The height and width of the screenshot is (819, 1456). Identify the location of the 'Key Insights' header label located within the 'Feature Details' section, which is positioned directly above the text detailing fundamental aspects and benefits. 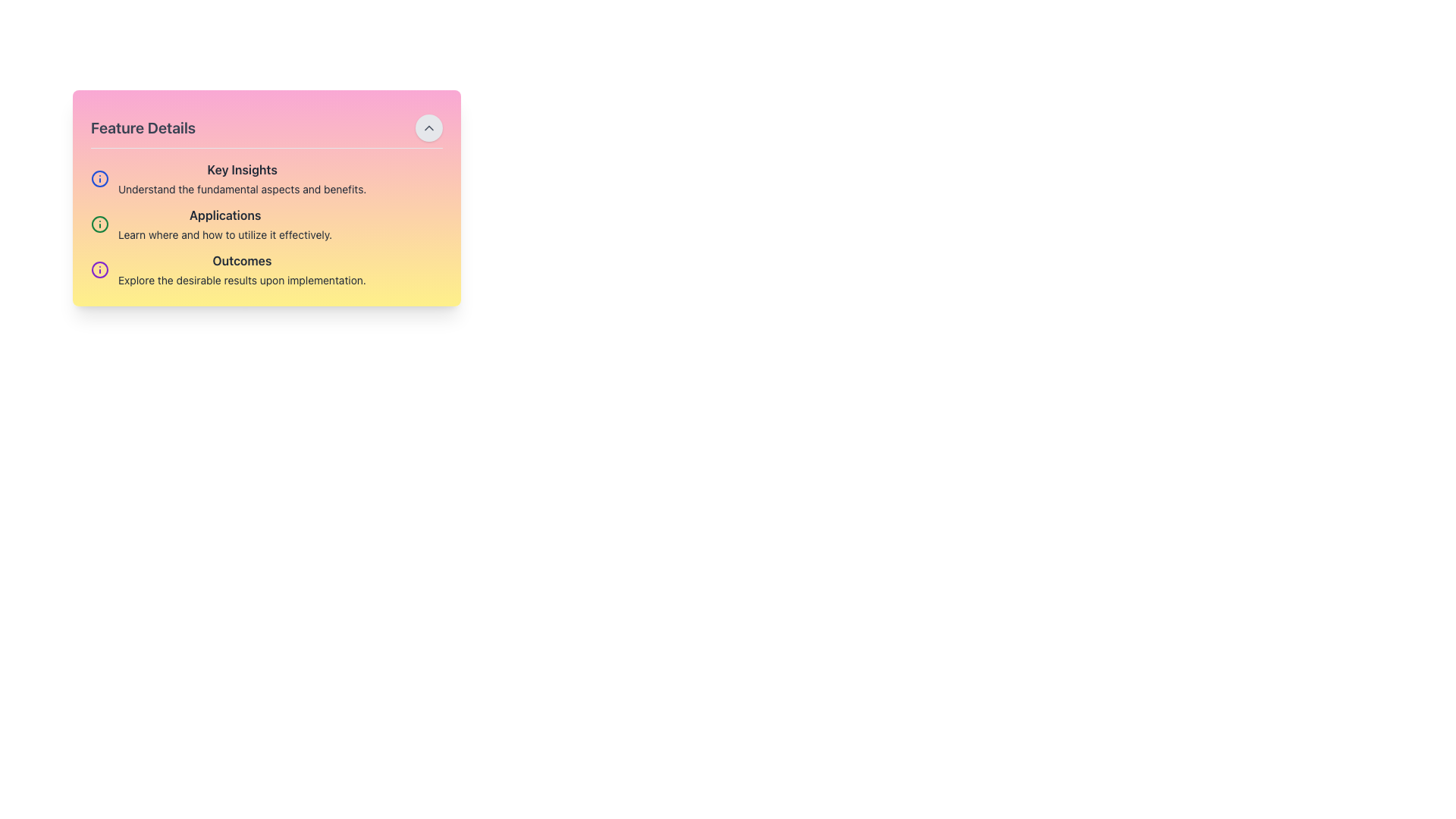
(241, 169).